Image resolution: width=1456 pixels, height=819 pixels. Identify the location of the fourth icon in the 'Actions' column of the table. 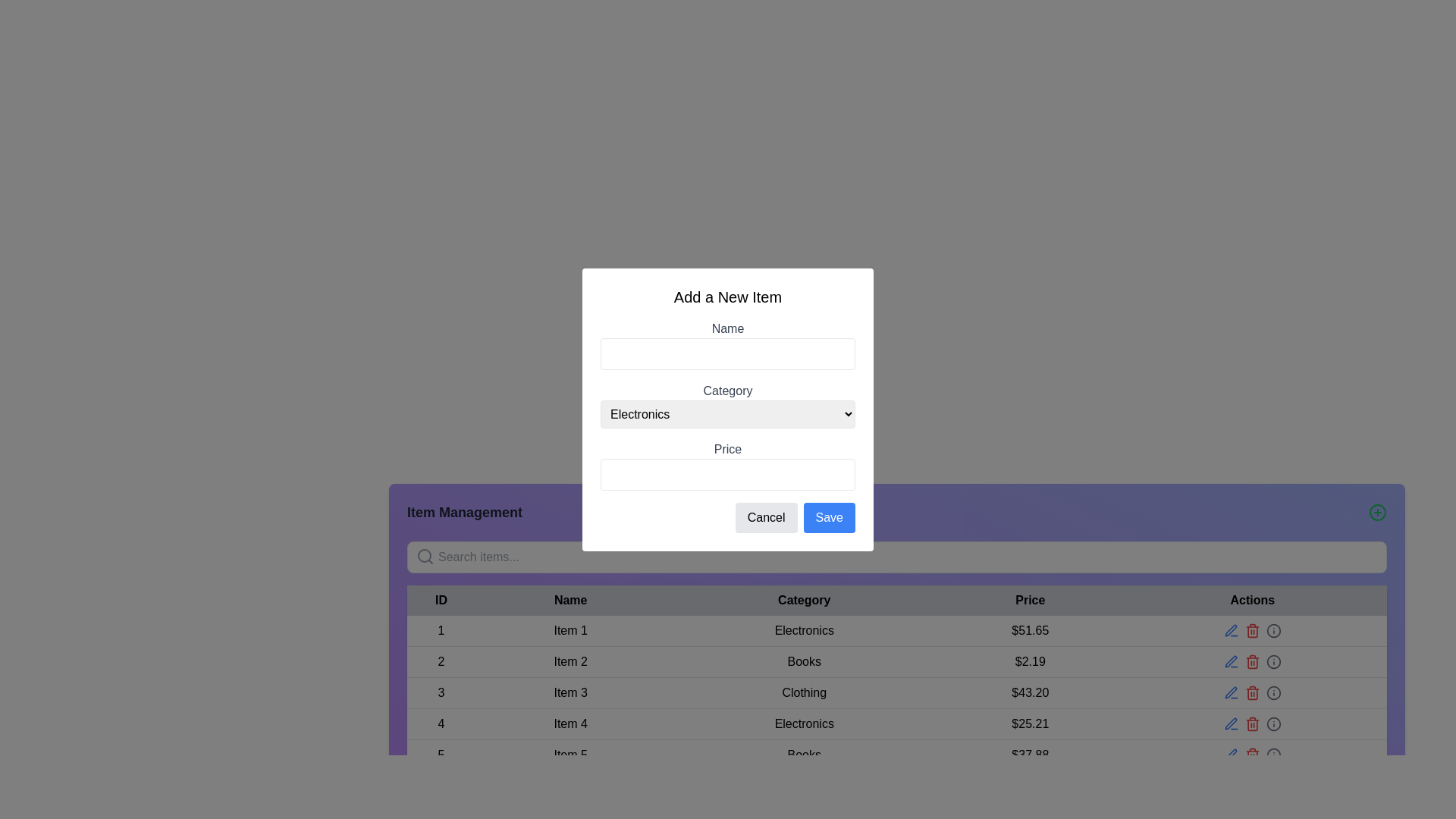
(1273, 693).